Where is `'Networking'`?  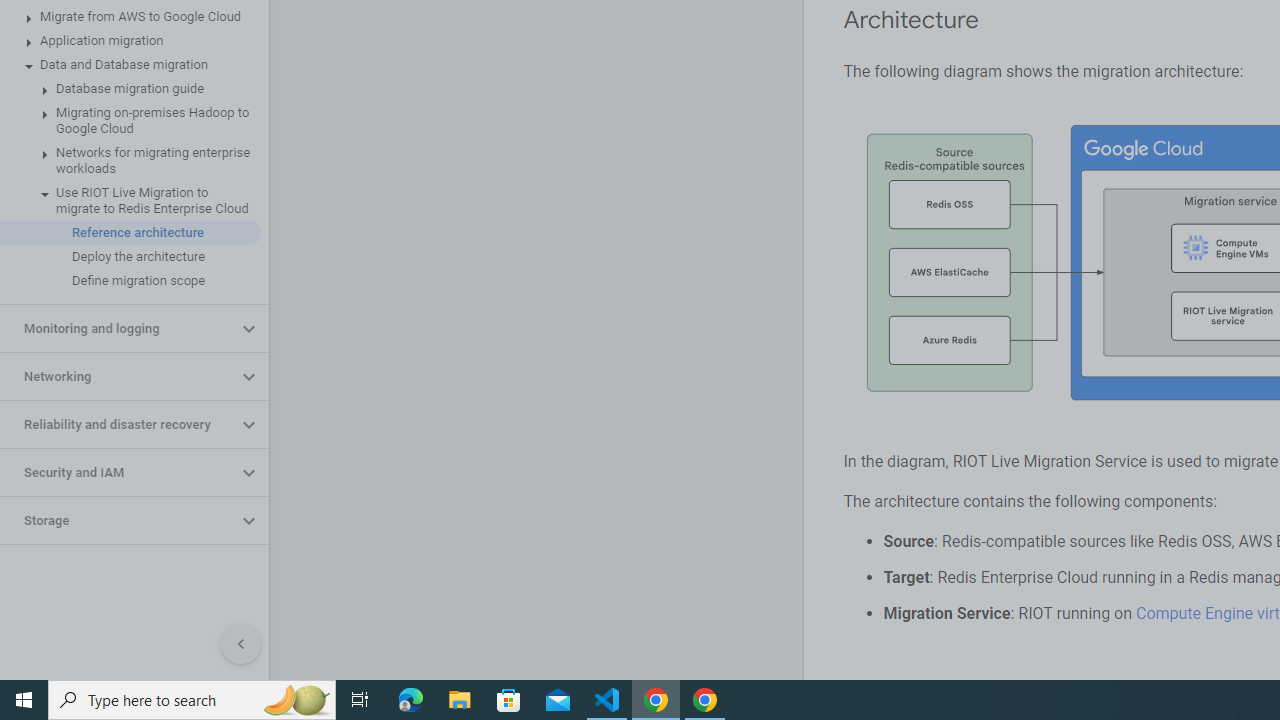
'Networking' is located at coordinates (117, 376).